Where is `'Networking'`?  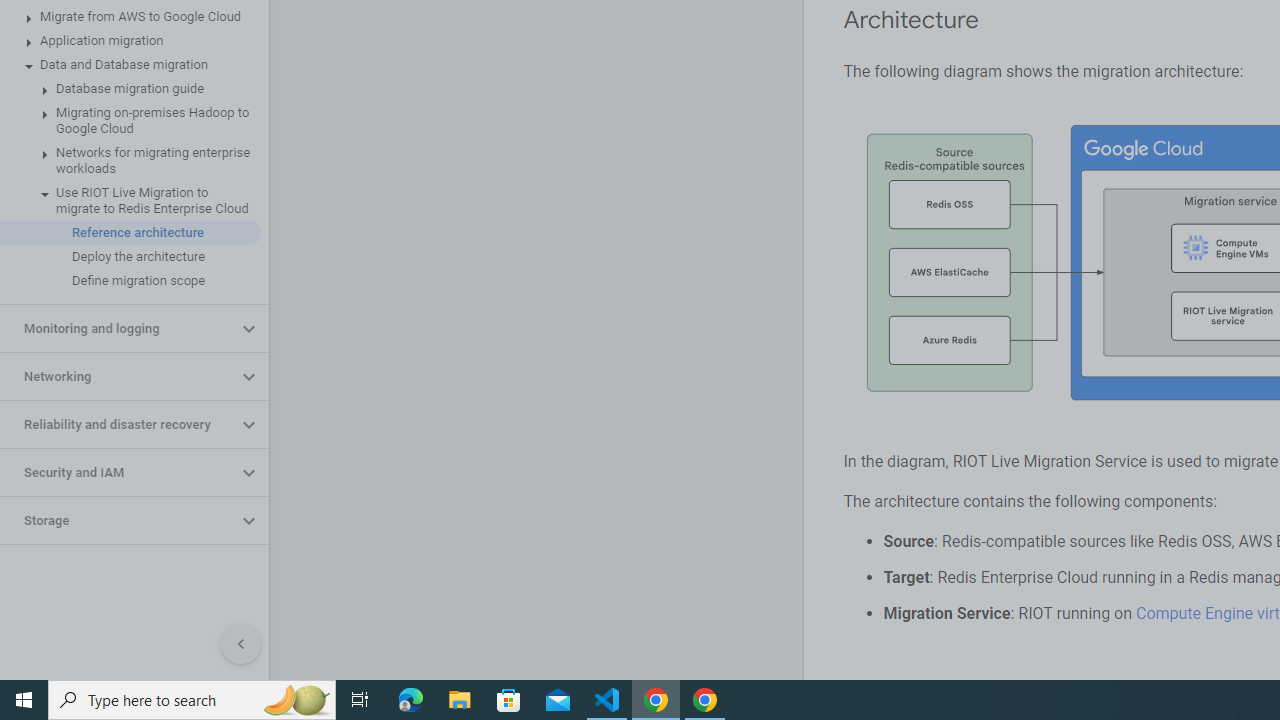
'Networking' is located at coordinates (117, 376).